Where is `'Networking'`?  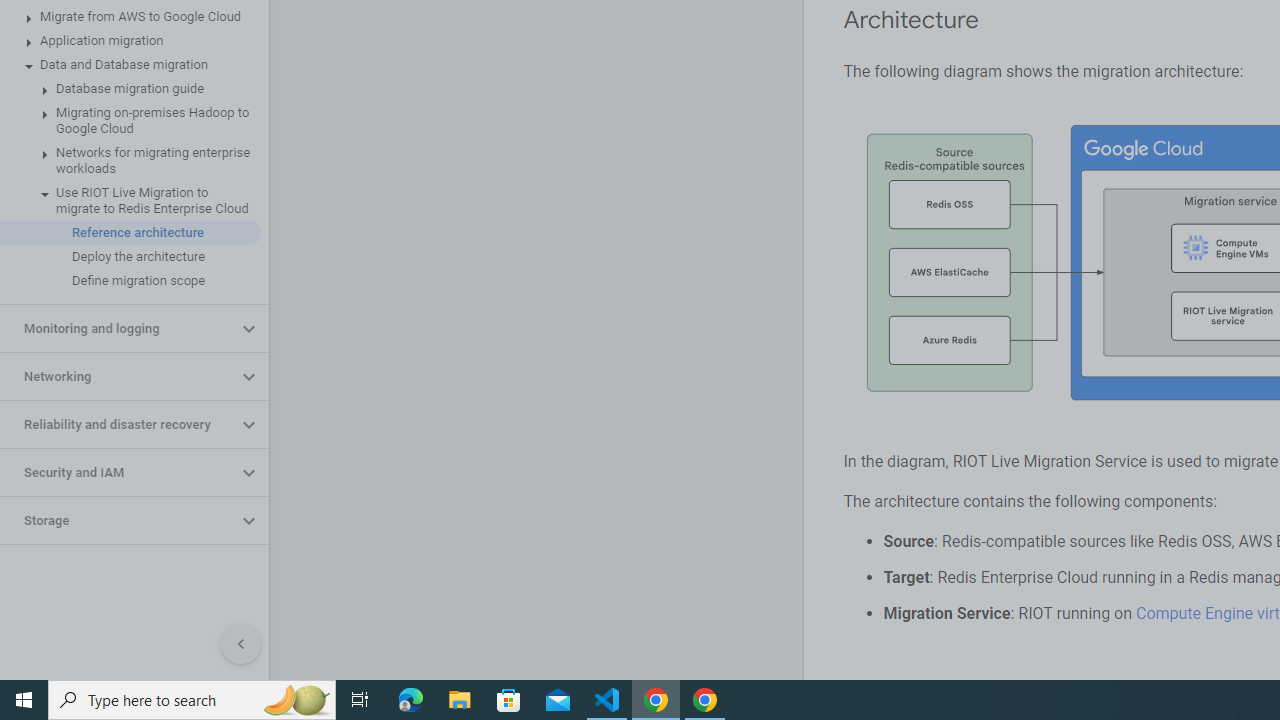
'Networking' is located at coordinates (117, 376).